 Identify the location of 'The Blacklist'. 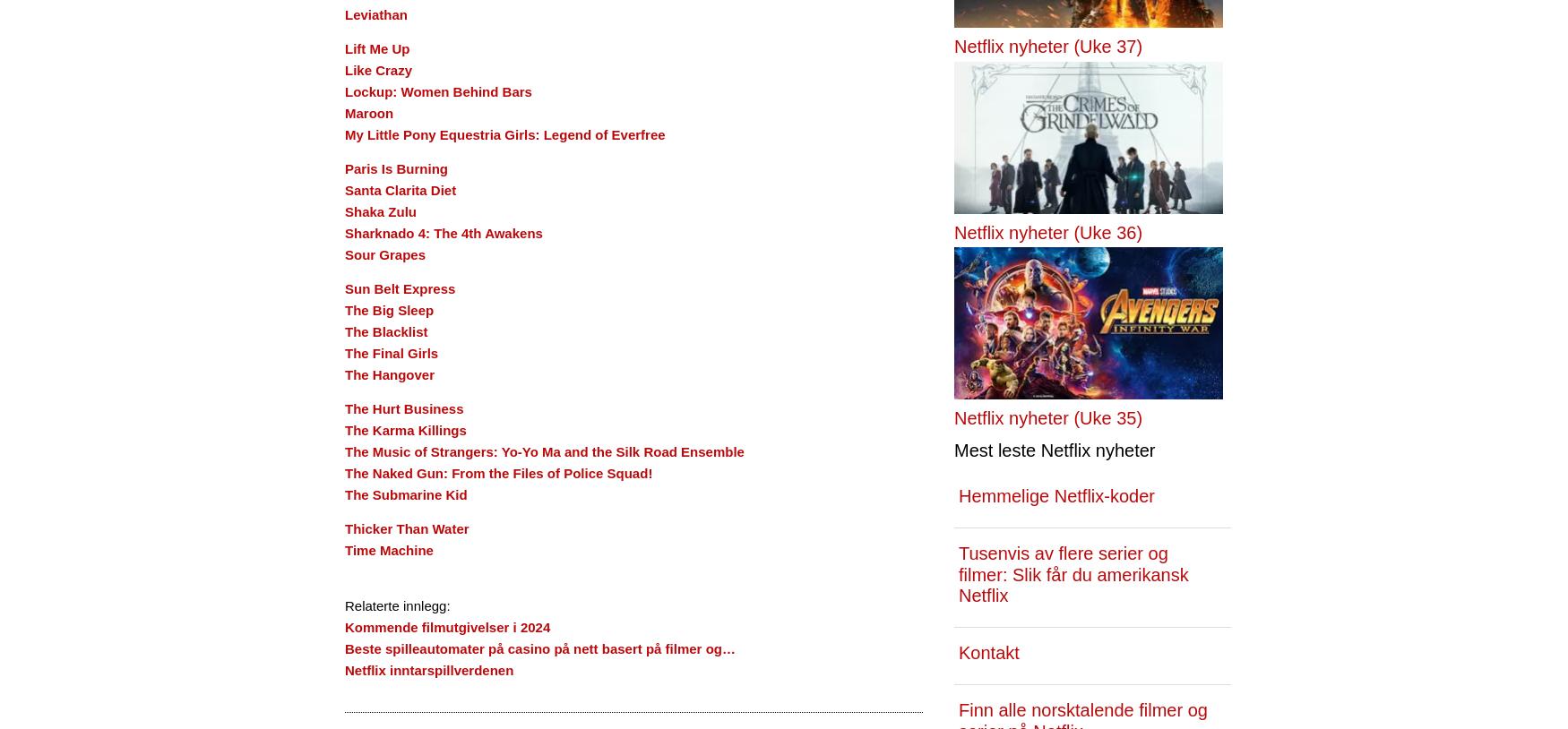
(385, 331).